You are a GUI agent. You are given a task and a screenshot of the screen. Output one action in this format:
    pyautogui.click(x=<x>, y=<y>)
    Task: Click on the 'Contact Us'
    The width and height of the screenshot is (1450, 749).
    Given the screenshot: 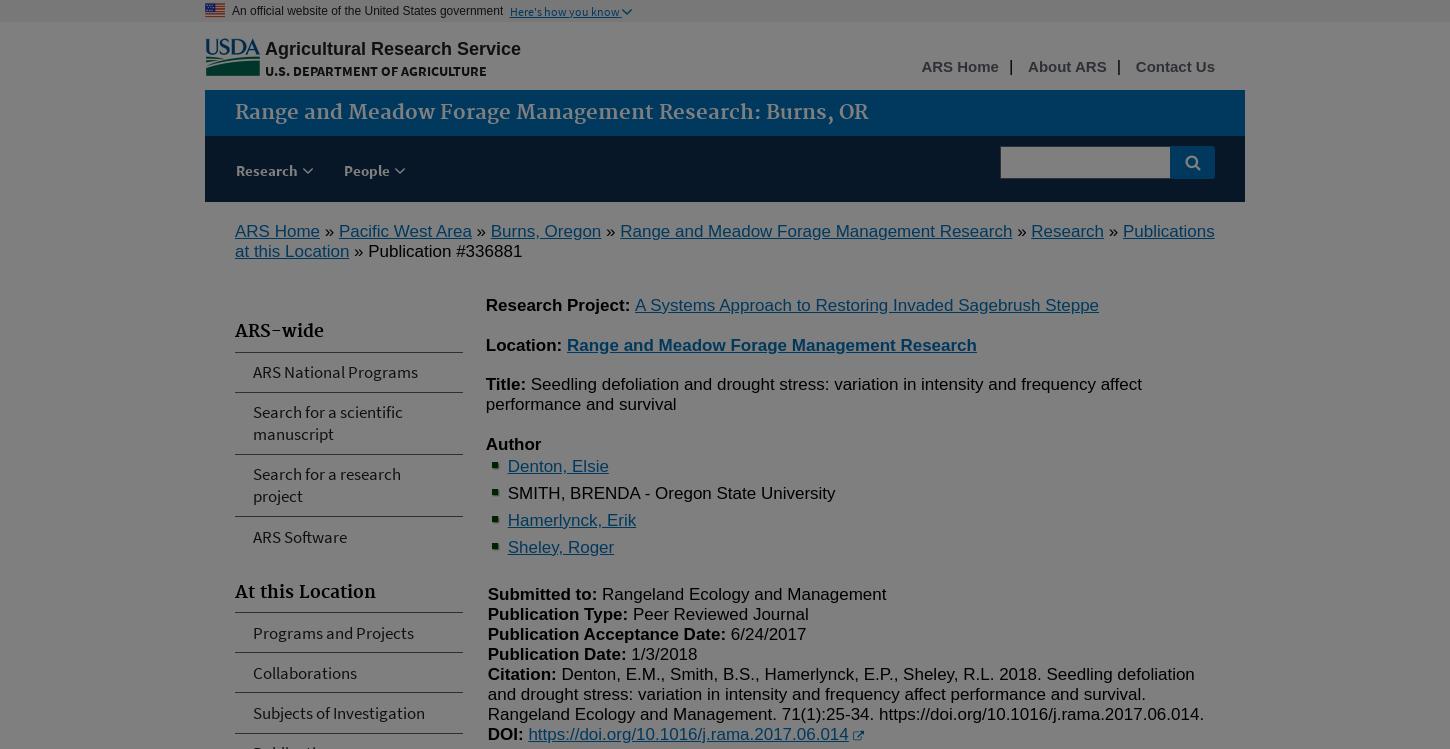 What is the action you would take?
    pyautogui.click(x=1173, y=65)
    